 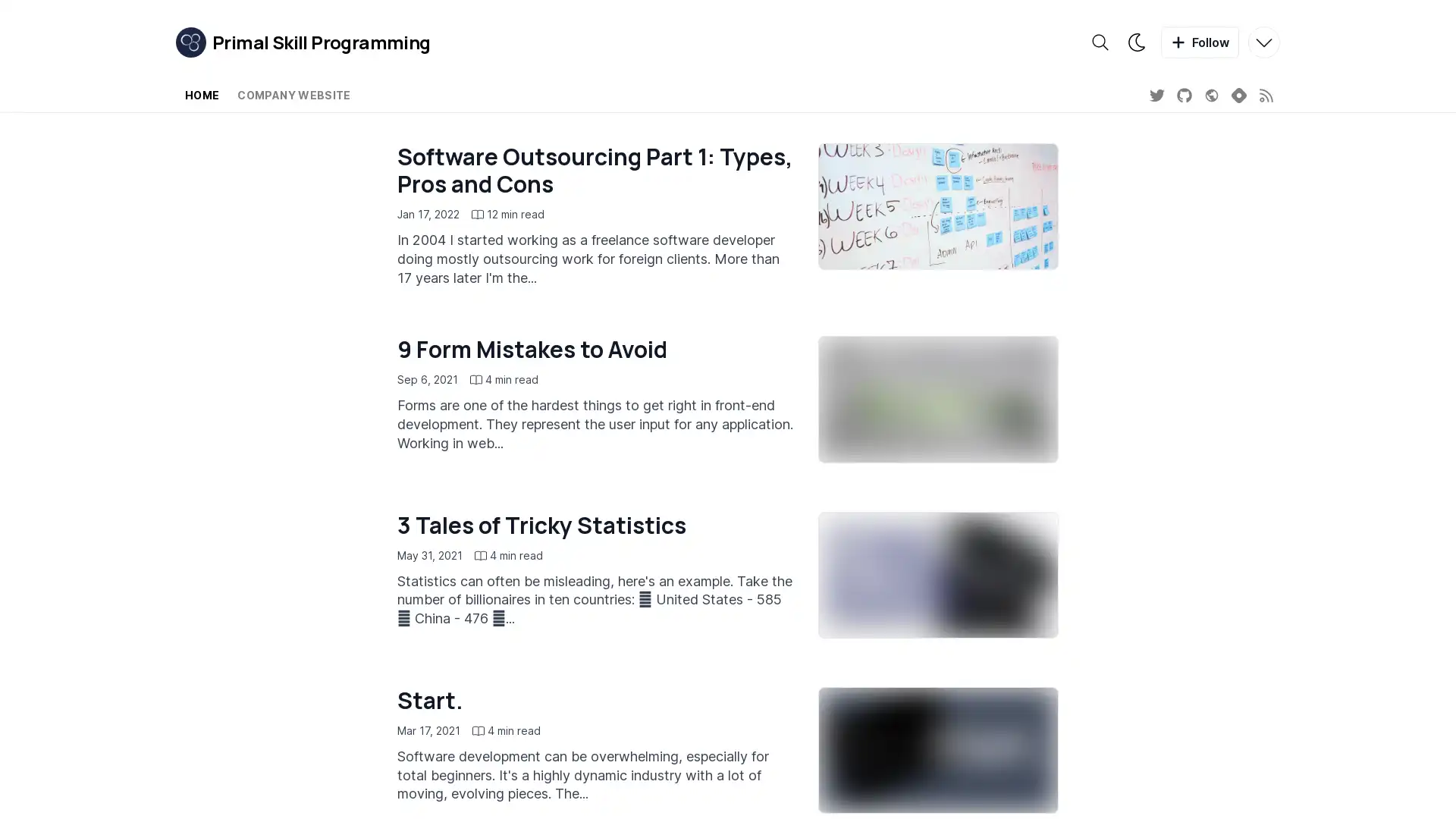 I want to click on Theme switcher, so click(x=1136, y=42).